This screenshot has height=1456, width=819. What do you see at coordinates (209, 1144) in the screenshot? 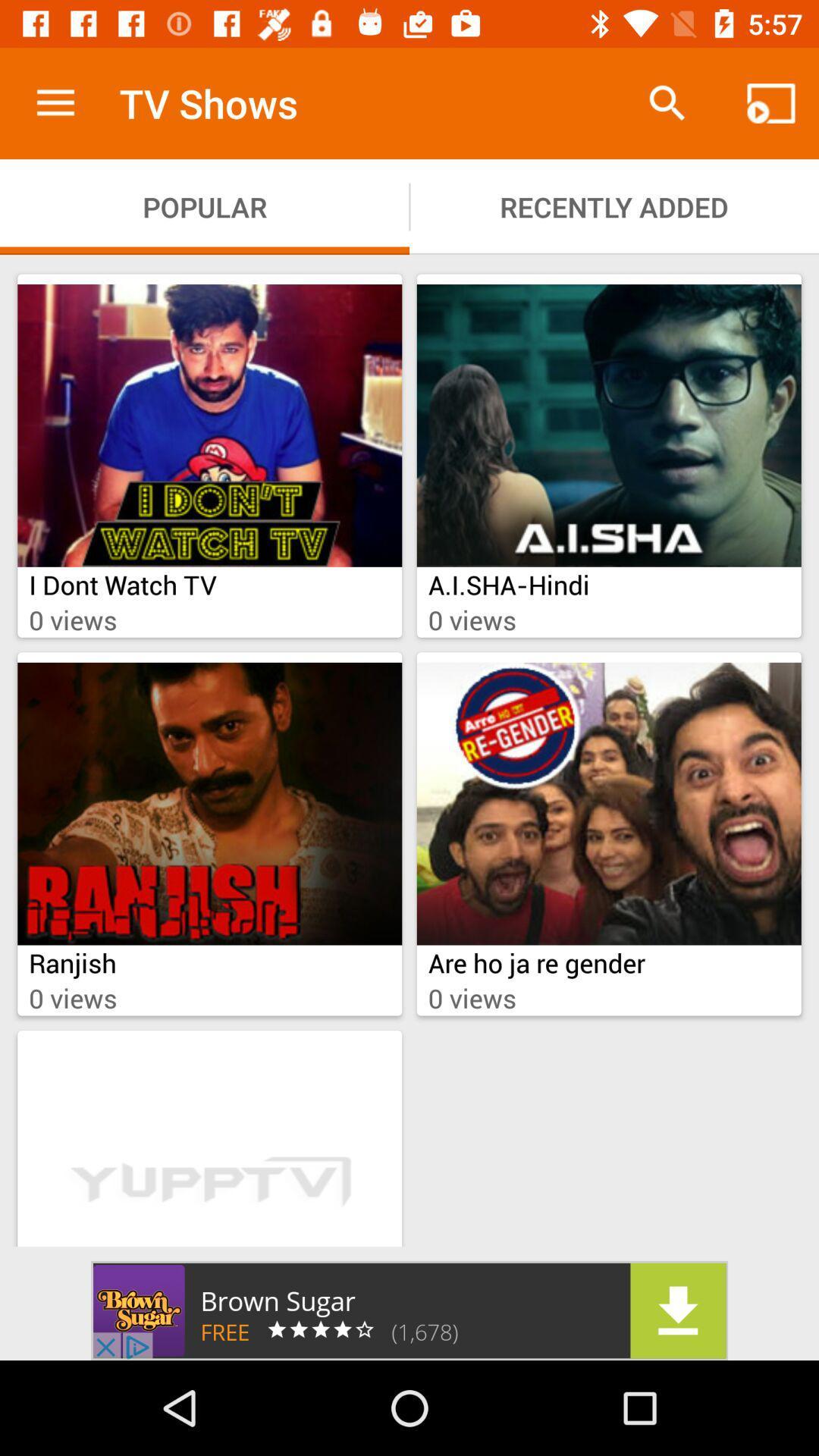
I see `the image in which it says yupptv` at bounding box center [209, 1144].